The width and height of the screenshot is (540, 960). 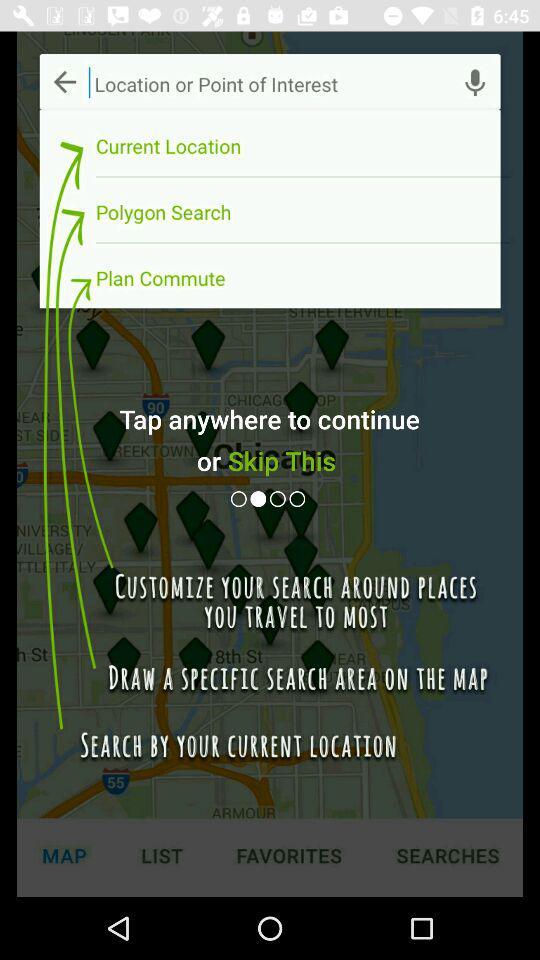 What do you see at coordinates (260, 498) in the screenshot?
I see `next button` at bounding box center [260, 498].